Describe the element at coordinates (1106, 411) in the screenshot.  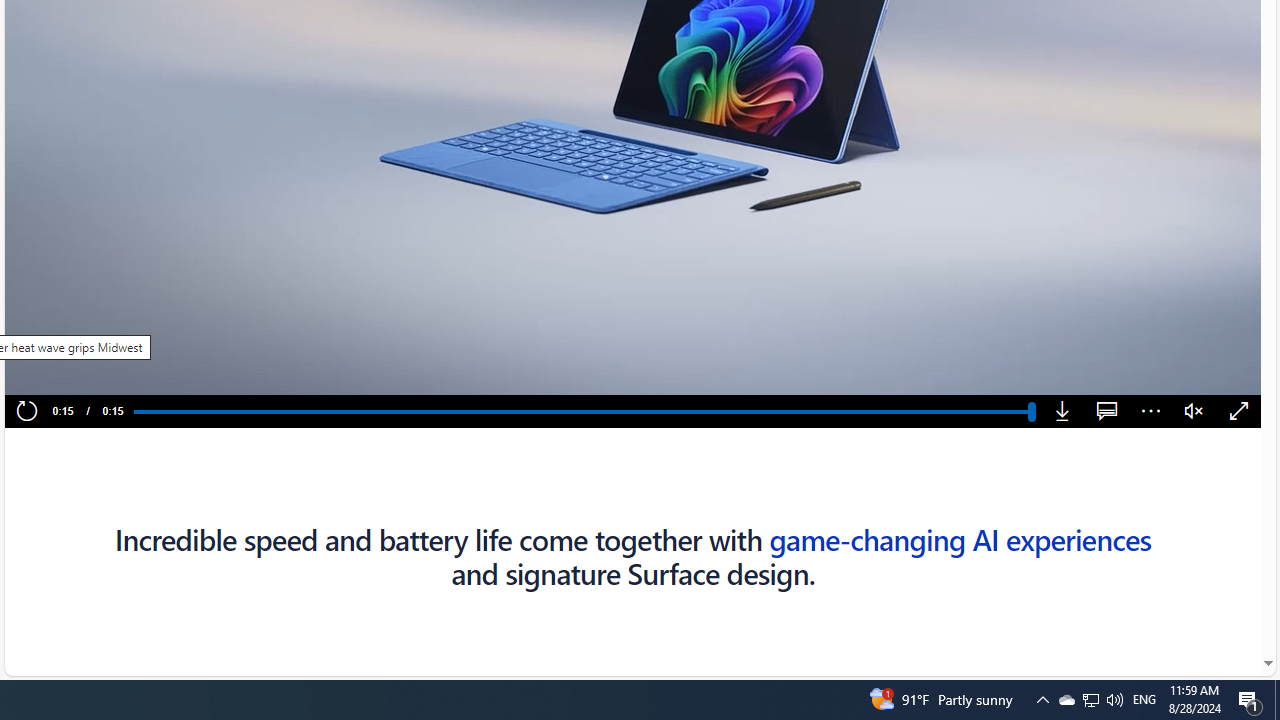
I see `'Captions'` at that location.